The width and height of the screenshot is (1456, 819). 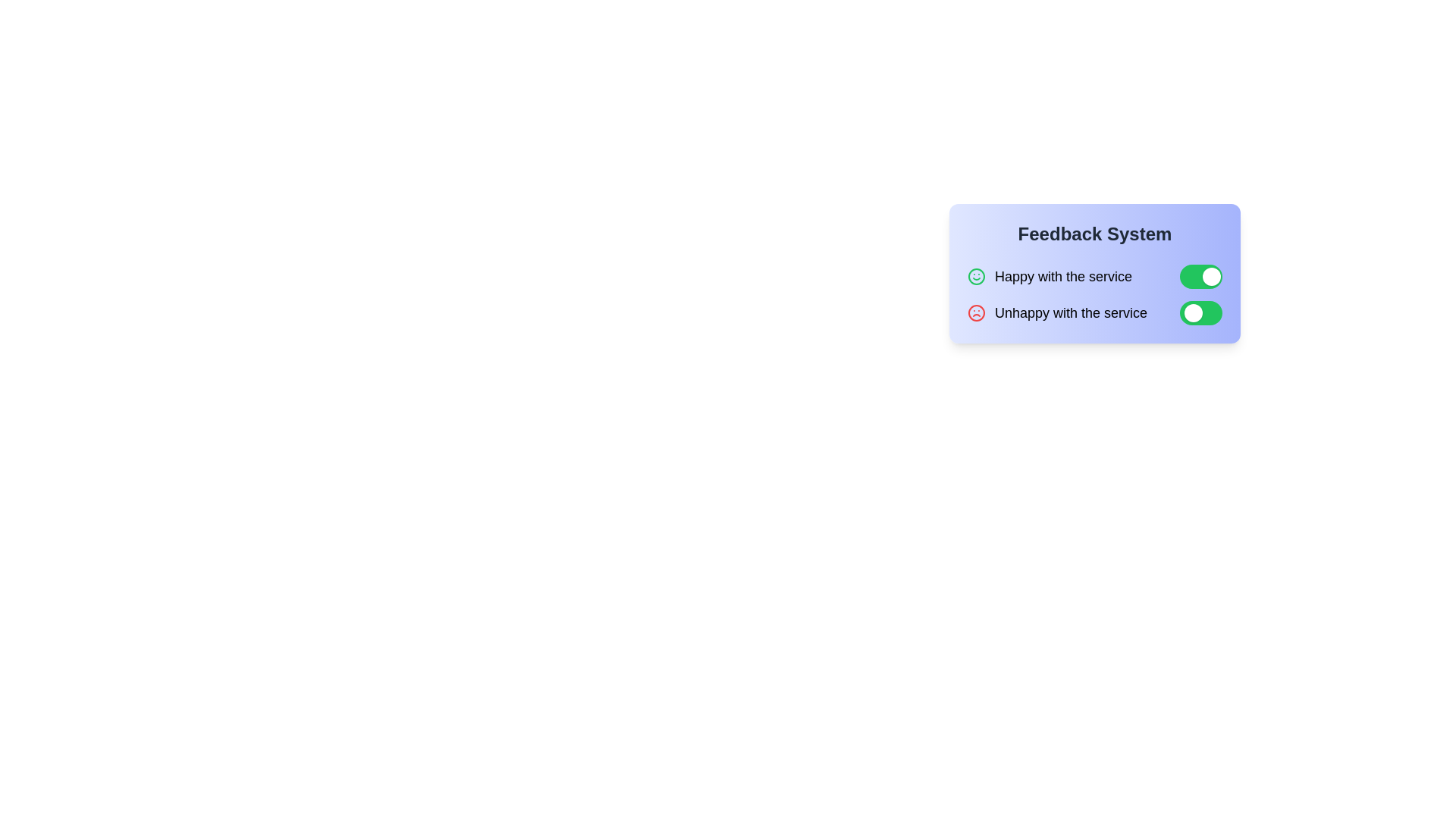 I want to click on the toggle switch with a green background and white circle indicating the 'off' state, located to the right of the text 'Unhappy with the service', so click(x=1200, y=312).